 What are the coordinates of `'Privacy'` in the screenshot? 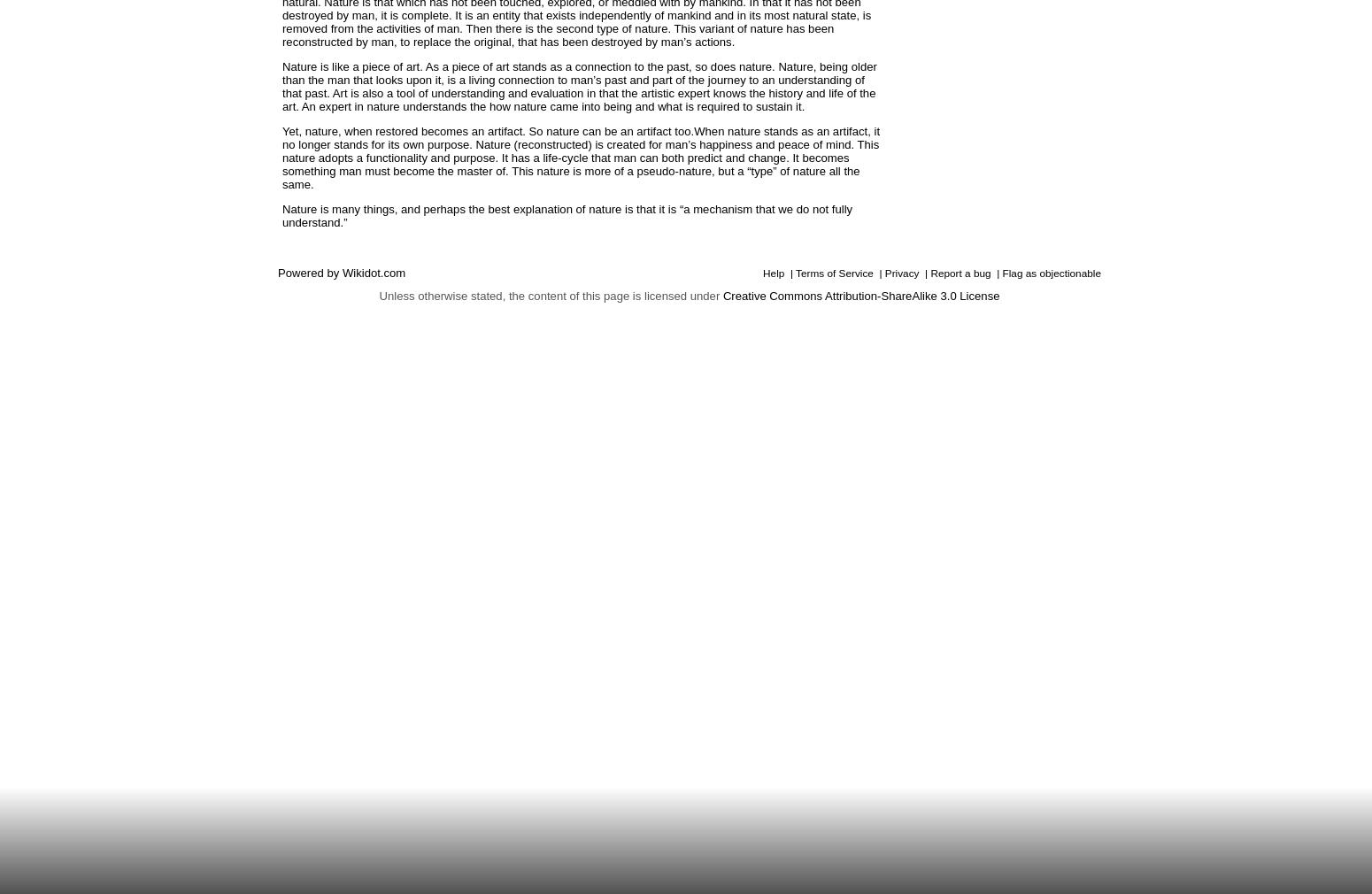 It's located at (901, 273).